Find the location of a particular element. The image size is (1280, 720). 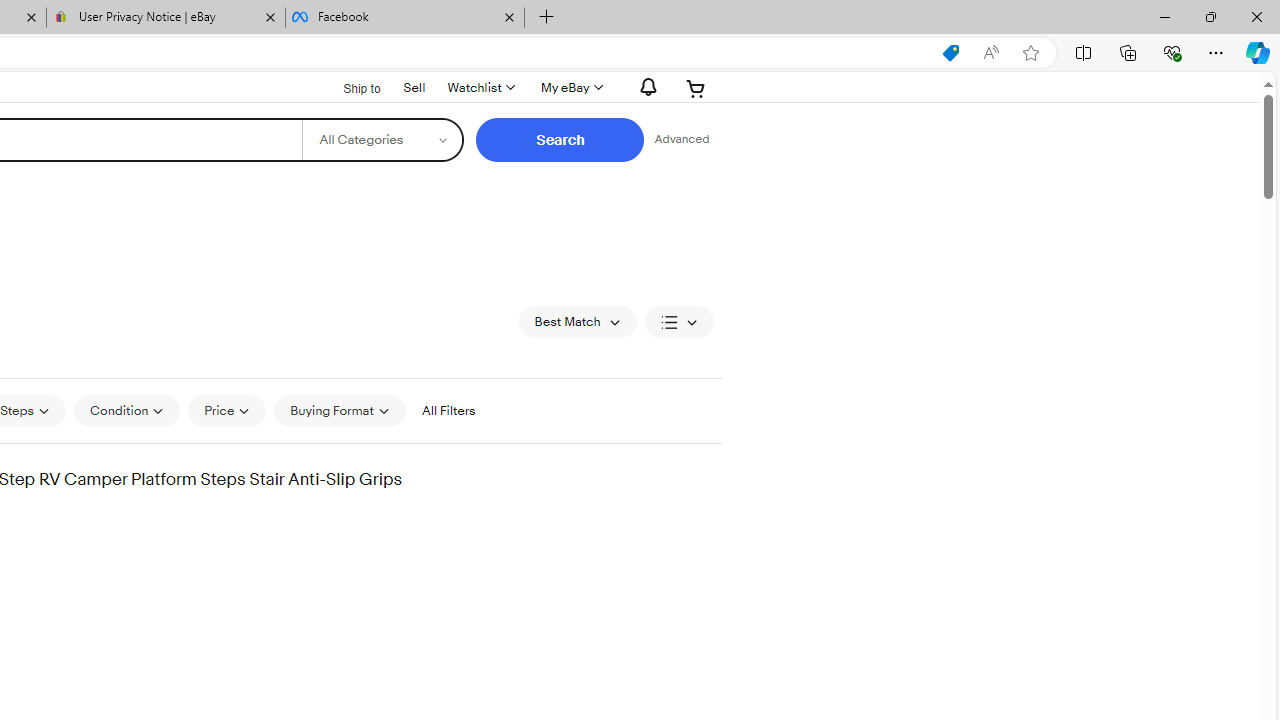

'Facebook' is located at coordinates (403, 17).